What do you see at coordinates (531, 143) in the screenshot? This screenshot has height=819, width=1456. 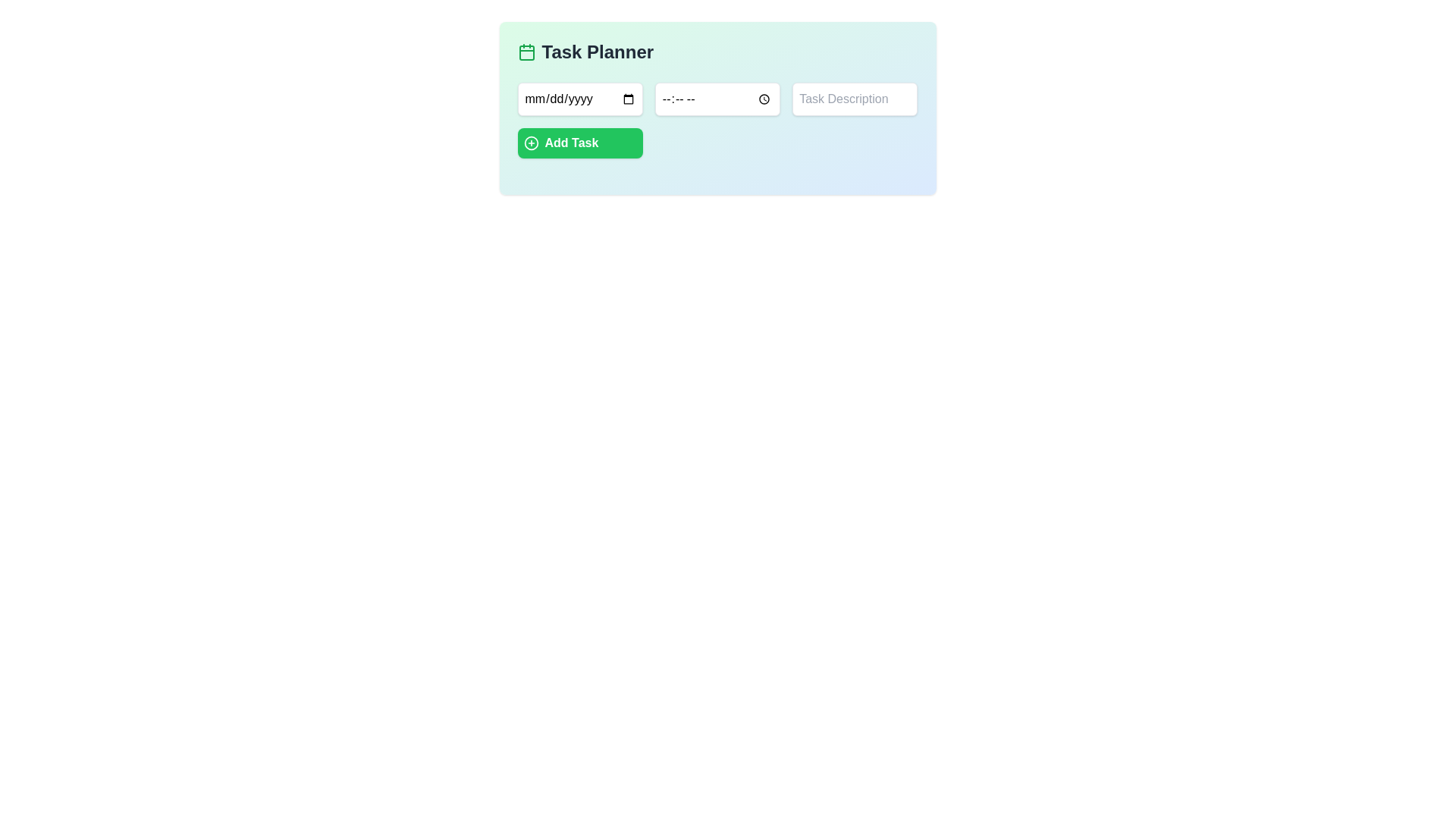 I see `the 'Add Task' icon located to the left of the 'Add Task' button` at bounding box center [531, 143].